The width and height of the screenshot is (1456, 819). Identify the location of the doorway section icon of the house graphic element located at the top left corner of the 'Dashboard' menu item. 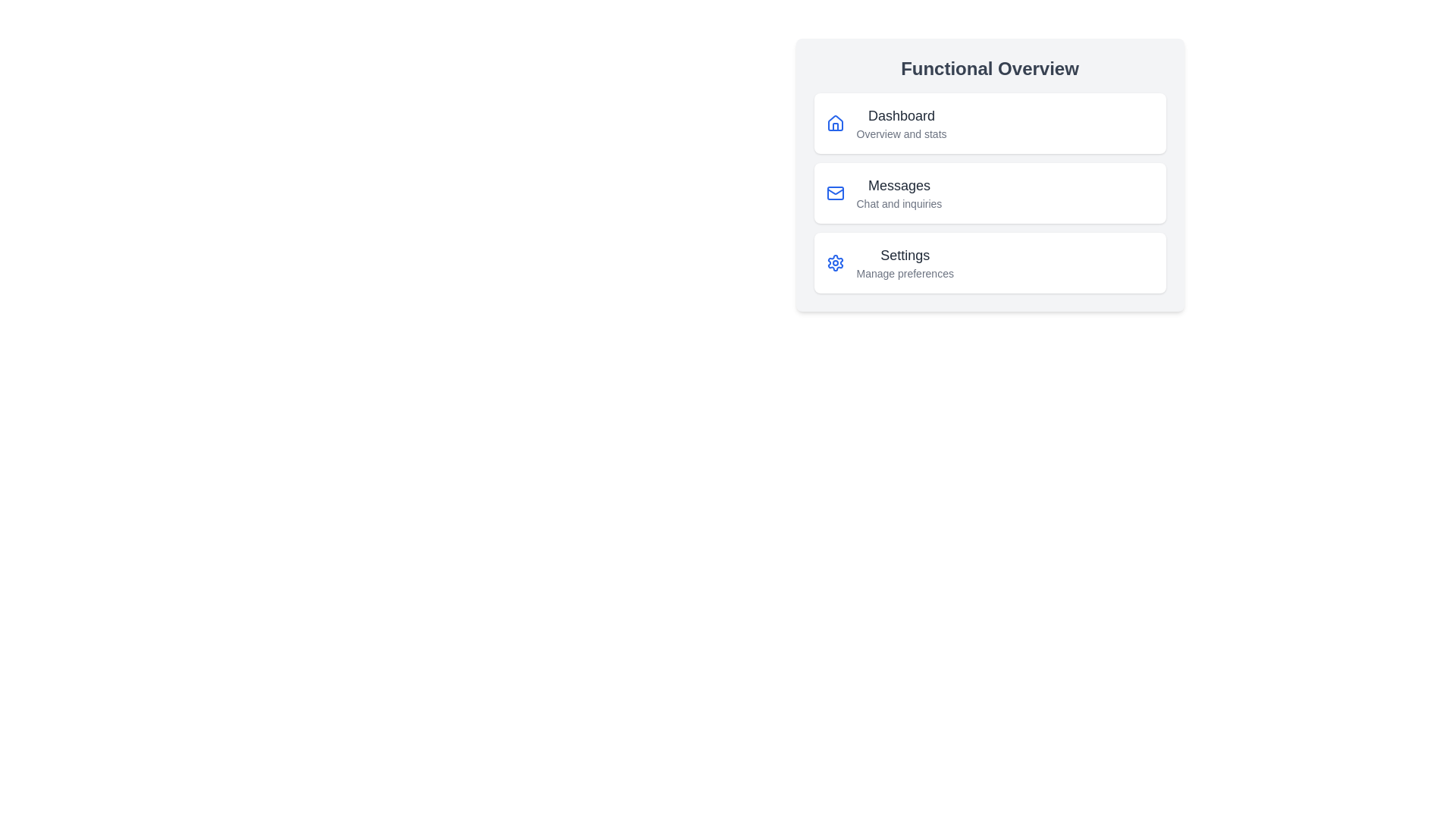
(834, 126).